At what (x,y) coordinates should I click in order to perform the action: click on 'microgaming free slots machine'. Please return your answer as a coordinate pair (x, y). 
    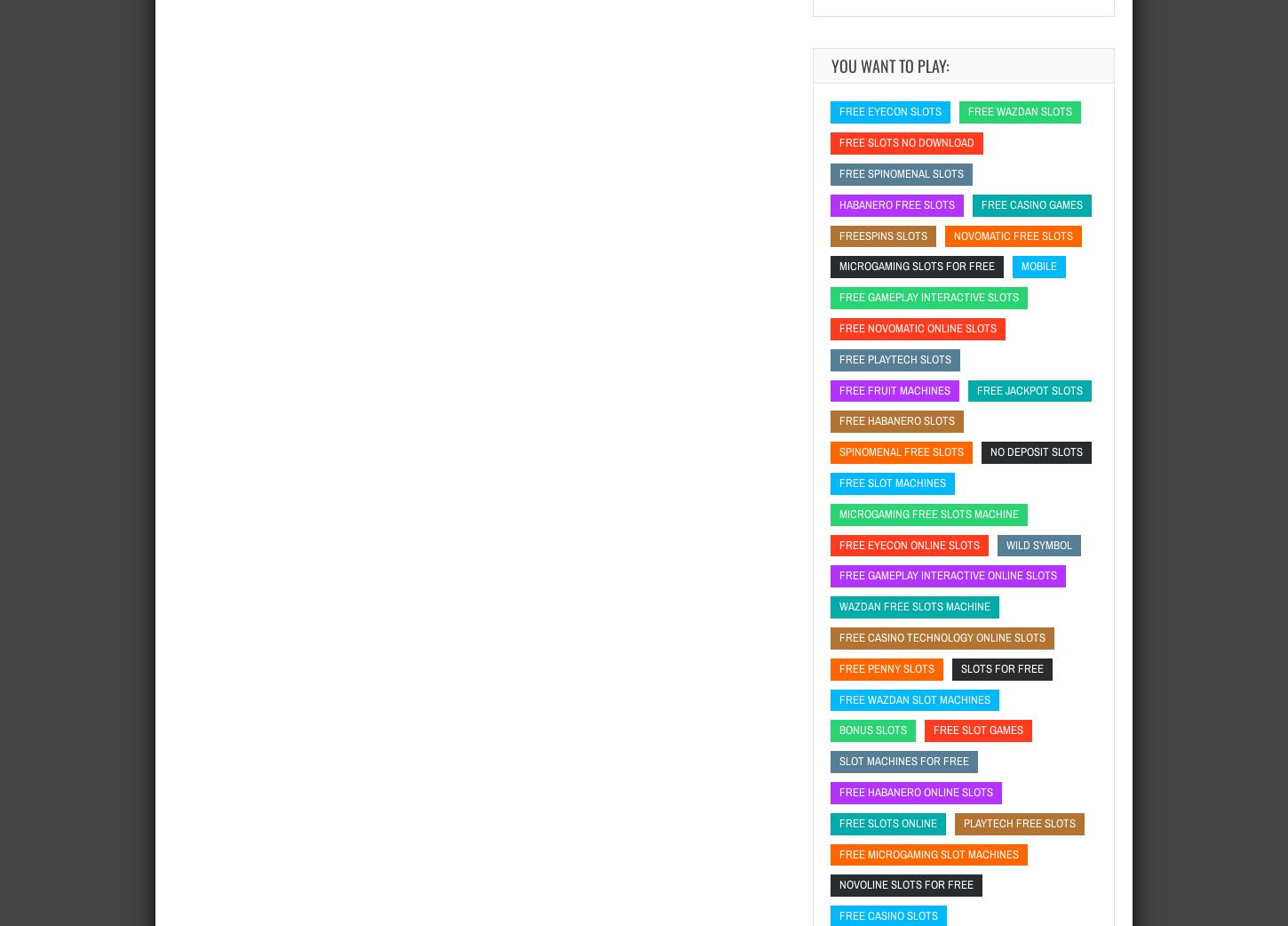
    Looking at the image, I should click on (929, 512).